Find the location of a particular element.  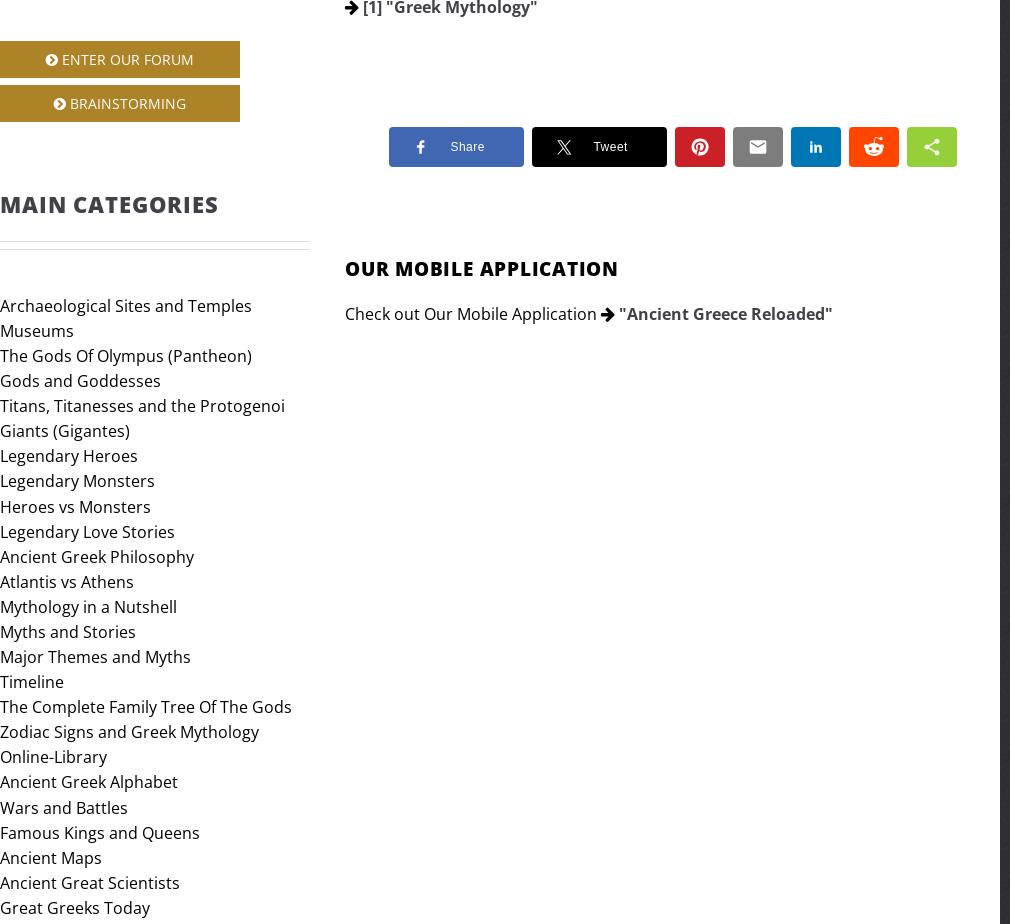

'Brainstorming' is located at coordinates (125, 102).